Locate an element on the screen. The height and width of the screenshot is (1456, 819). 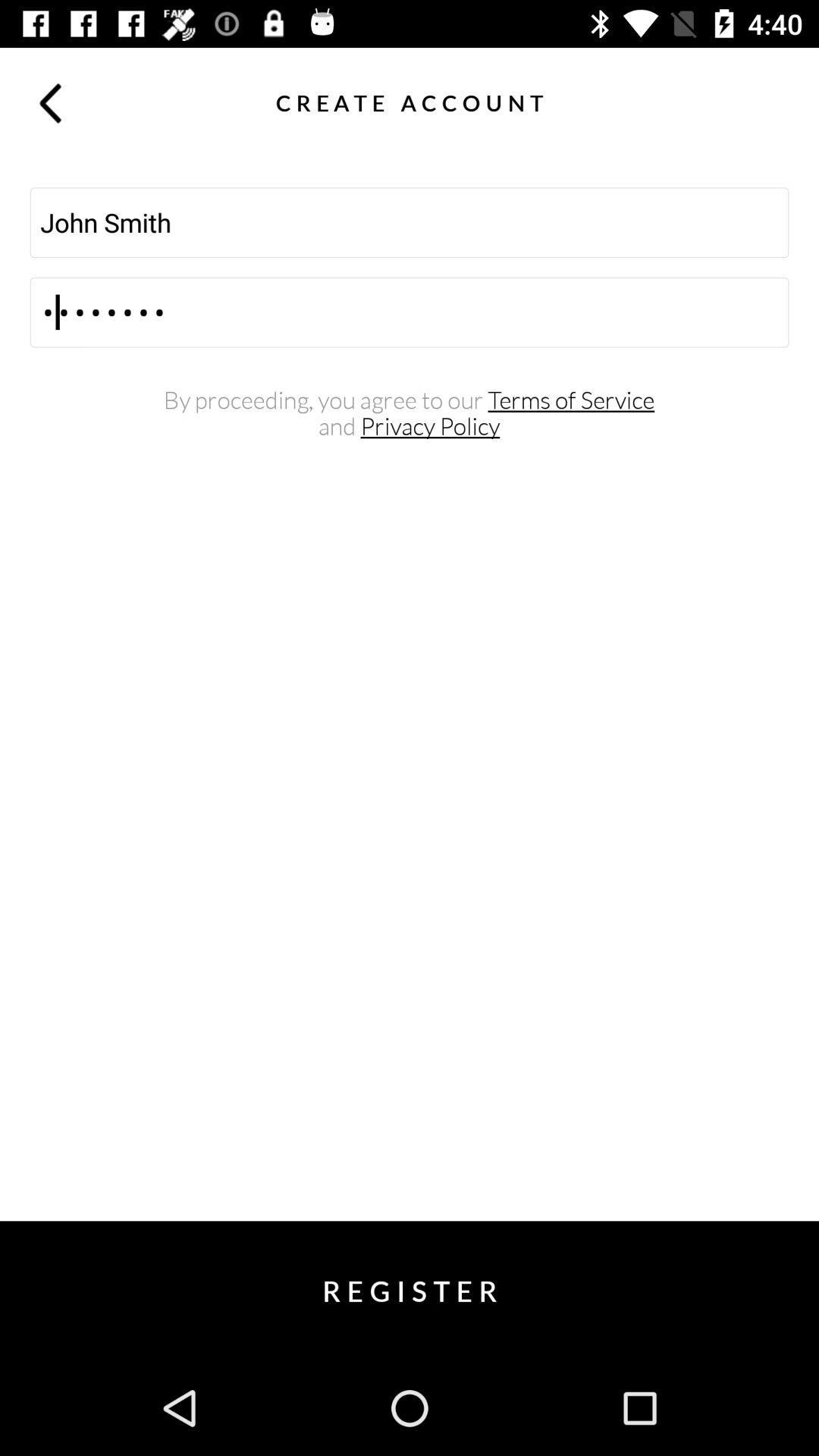
the item above and privacy policy item is located at coordinates (408, 400).